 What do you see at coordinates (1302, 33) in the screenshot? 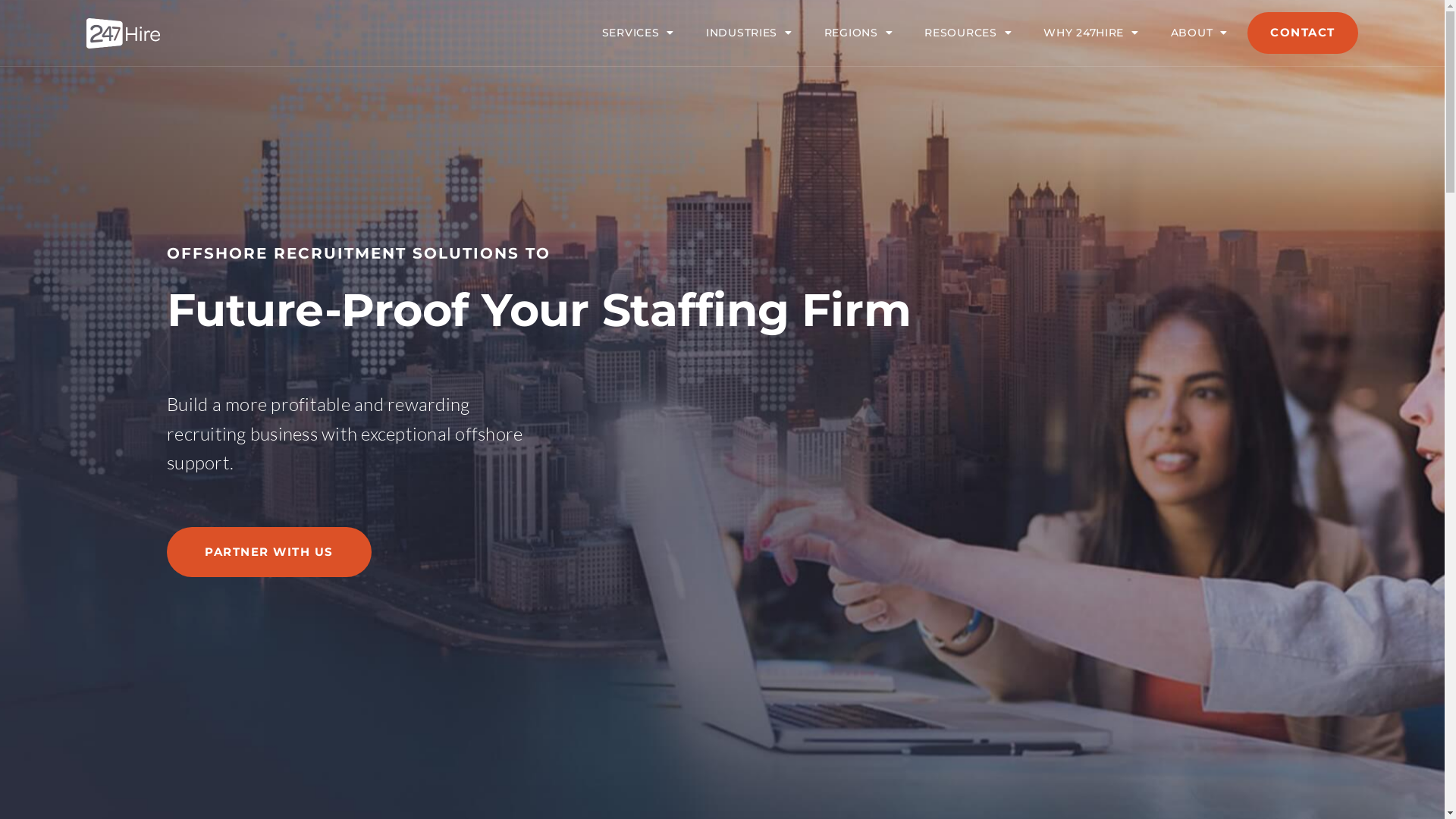
I see `'CONTACT'` at bounding box center [1302, 33].